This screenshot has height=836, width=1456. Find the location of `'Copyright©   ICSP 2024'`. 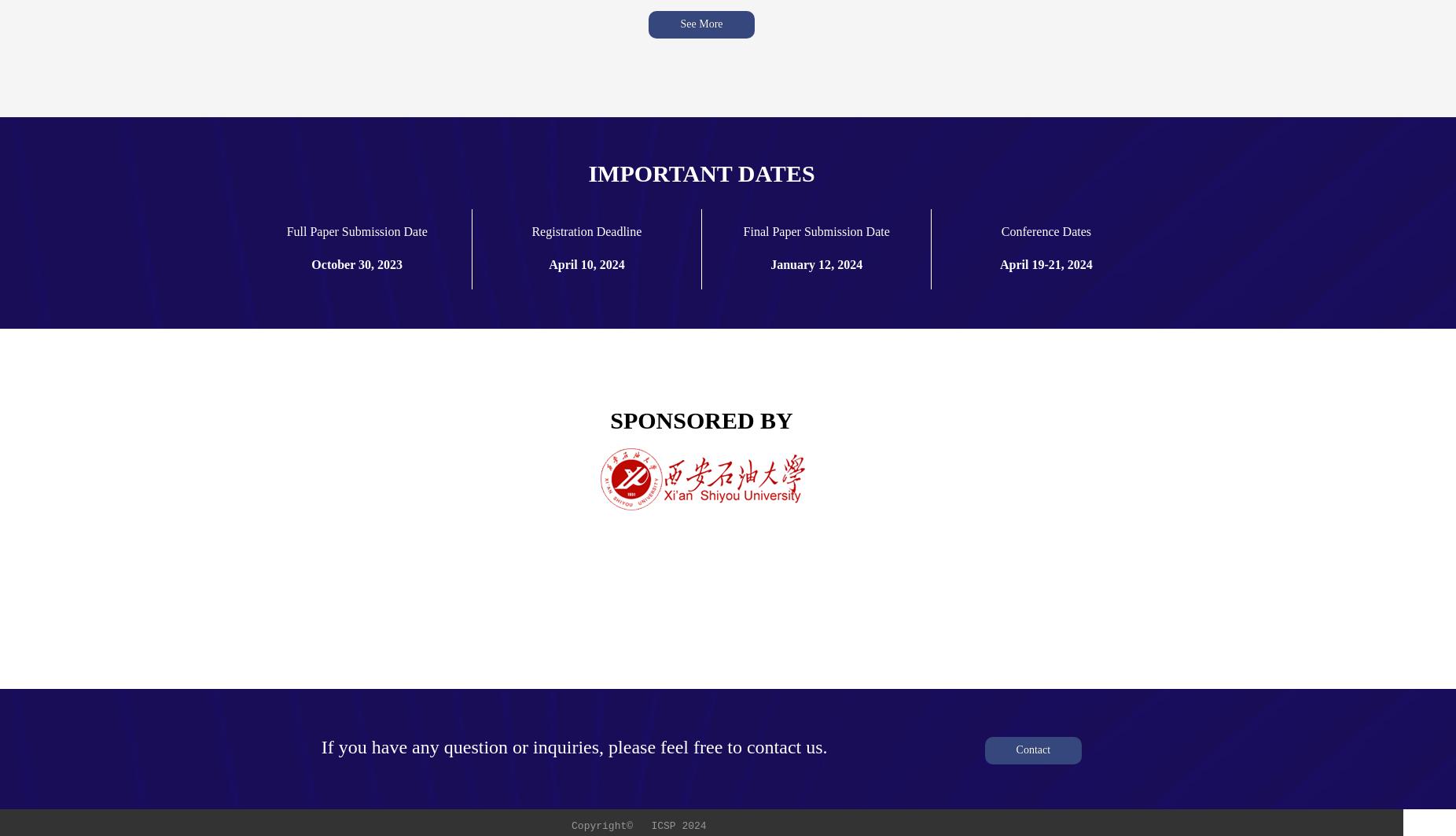

'Copyright©   ICSP 2024' is located at coordinates (638, 824).